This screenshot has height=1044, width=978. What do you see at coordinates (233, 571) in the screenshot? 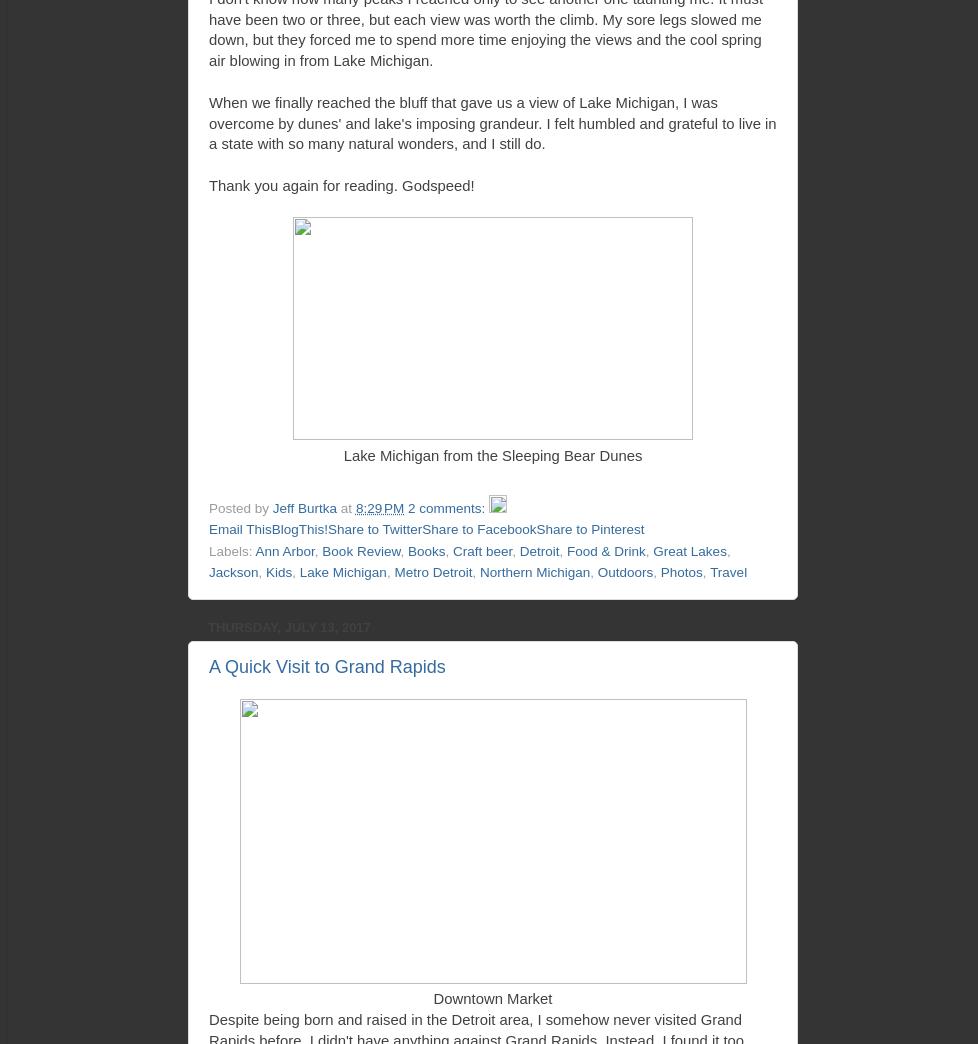
I see `'Jackson'` at bounding box center [233, 571].